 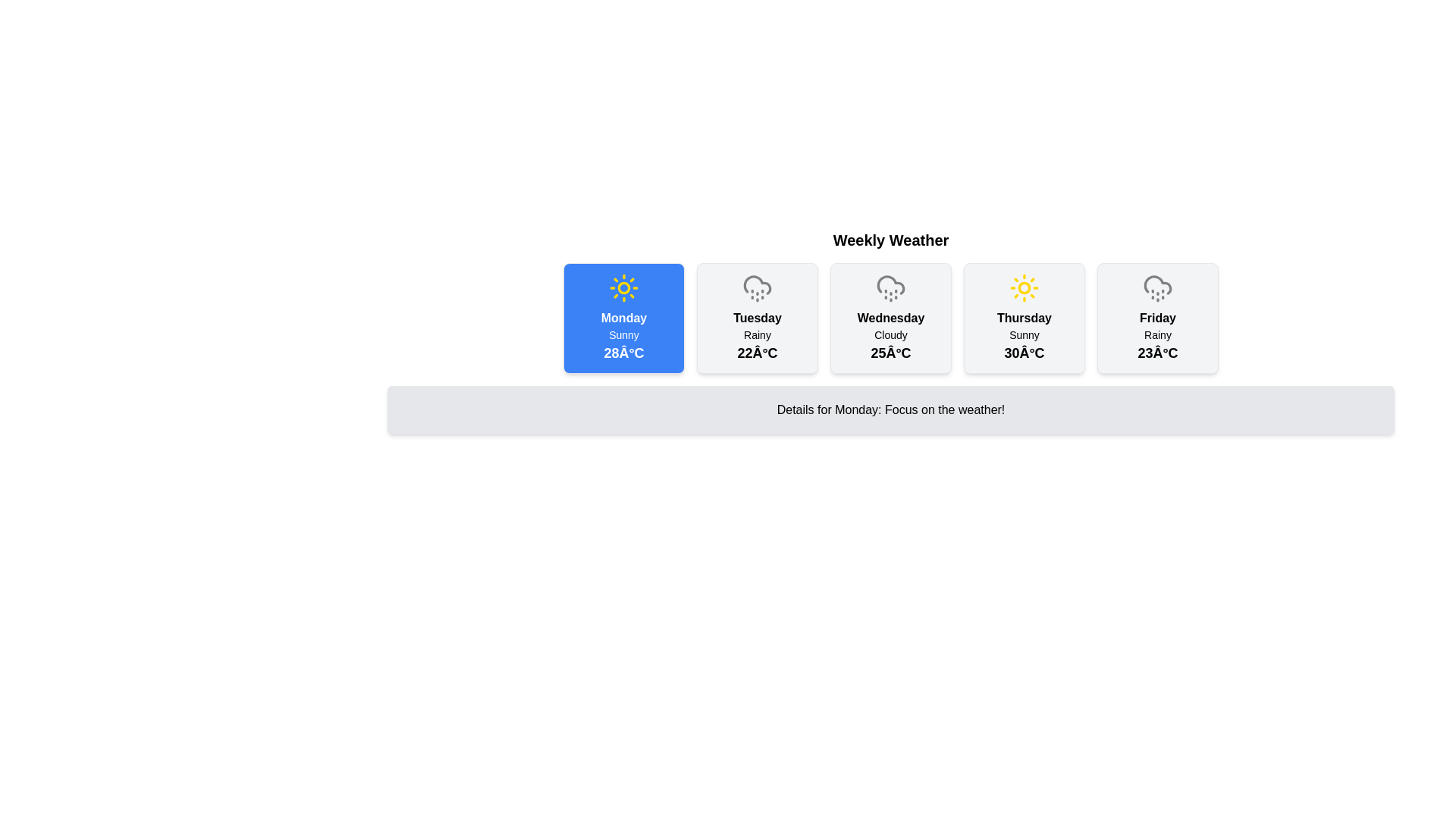 I want to click on the static text label displaying the temperature forecast for 'Wednesday', located at the bottom center of the weather card below the text 'Cloudy', so click(x=891, y=353).